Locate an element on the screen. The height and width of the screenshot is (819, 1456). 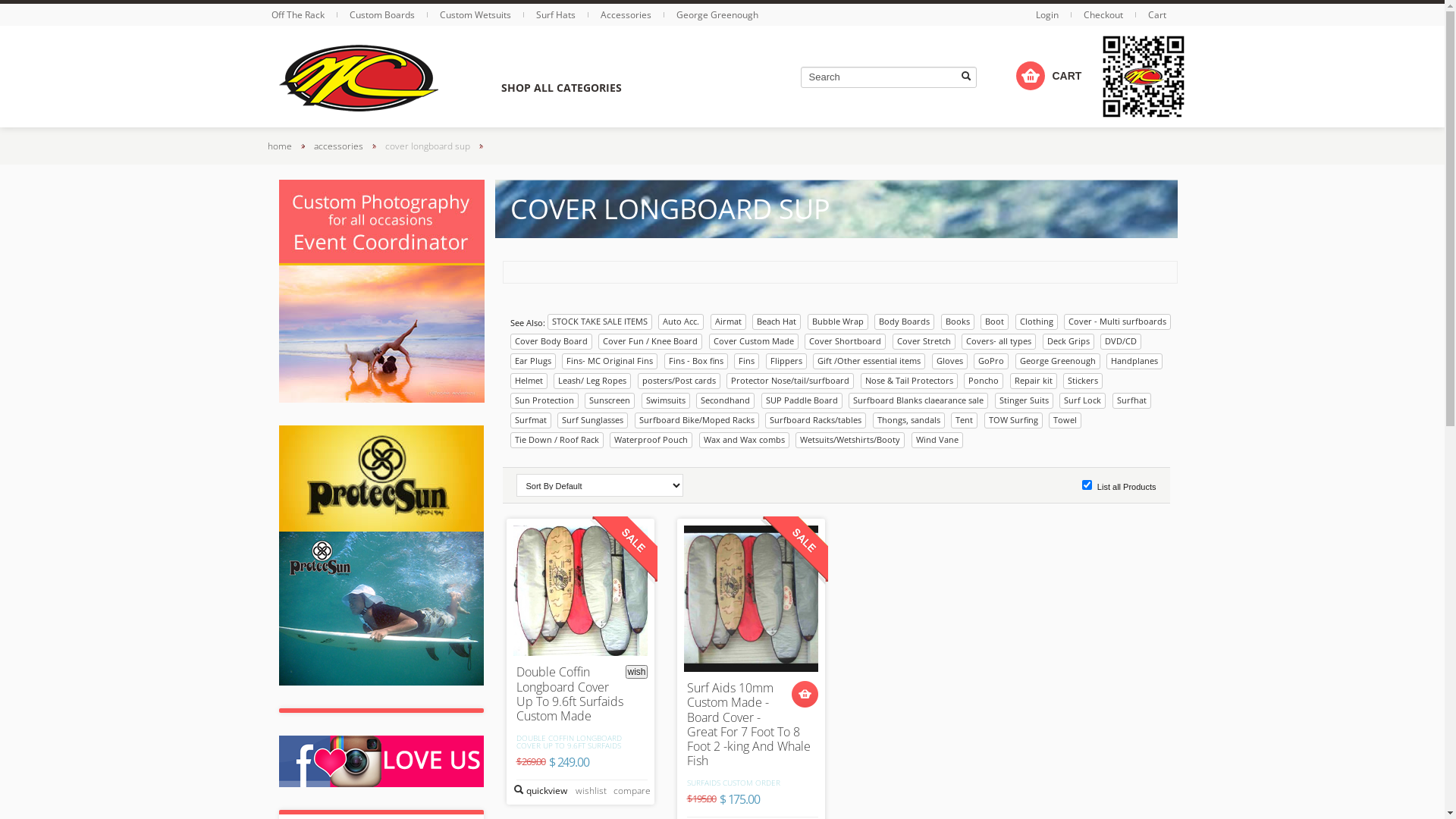
'Clothing' is located at coordinates (1035, 321).